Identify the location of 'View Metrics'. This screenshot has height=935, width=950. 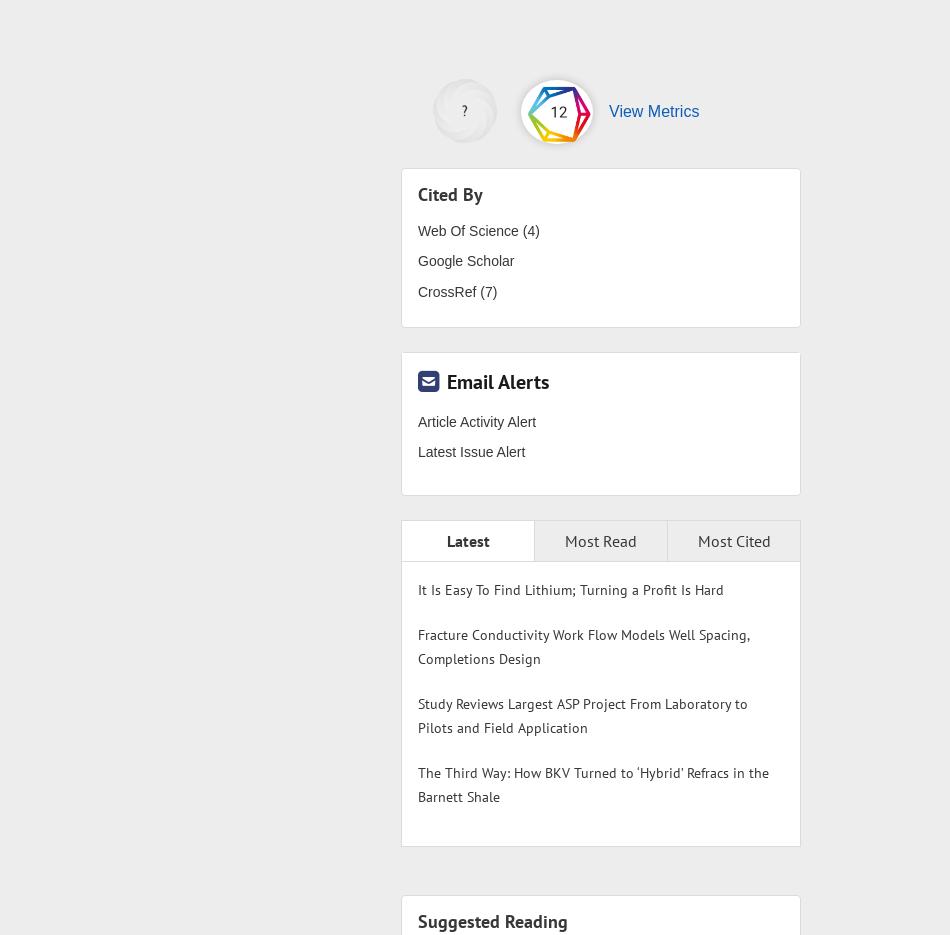
(653, 109).